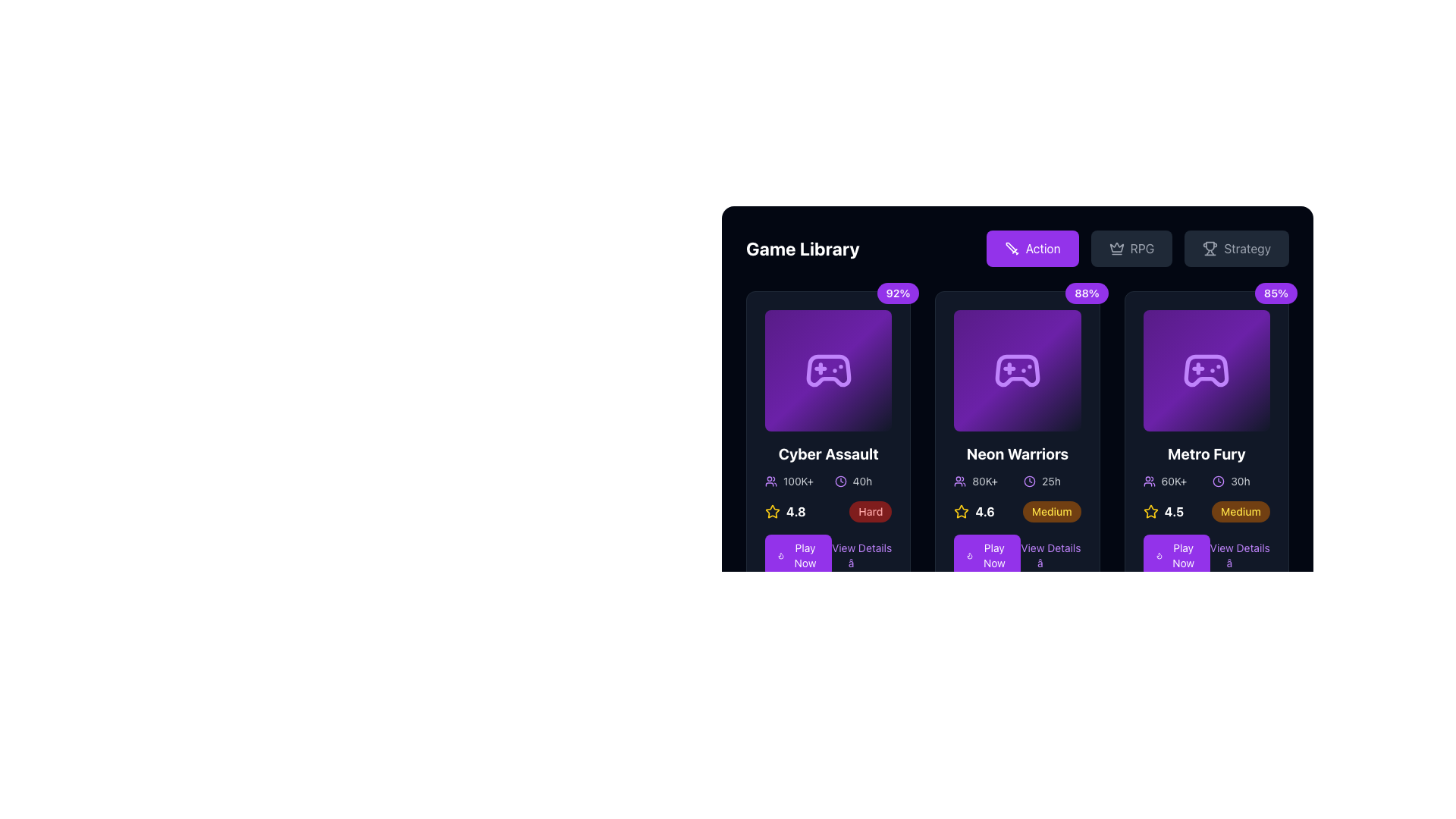  Describe the element at coordinates (1031, 247) in the screenshot. I see `the rectangular button with a purple background and white text labeled 'Action' located in the top-middle section of the interface` at that location.